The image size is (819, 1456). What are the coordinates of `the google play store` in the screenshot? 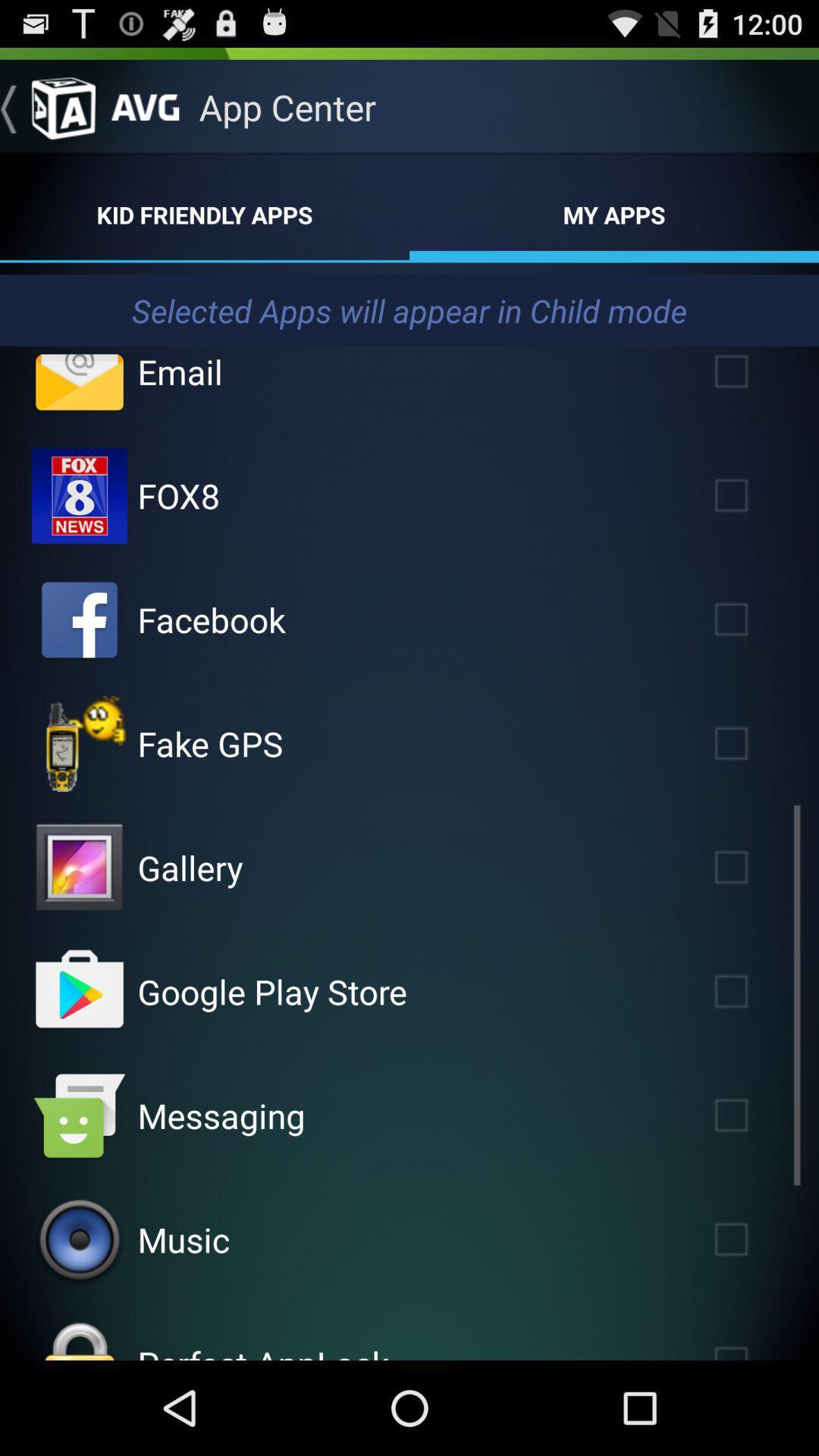 It's located at (271, 991).